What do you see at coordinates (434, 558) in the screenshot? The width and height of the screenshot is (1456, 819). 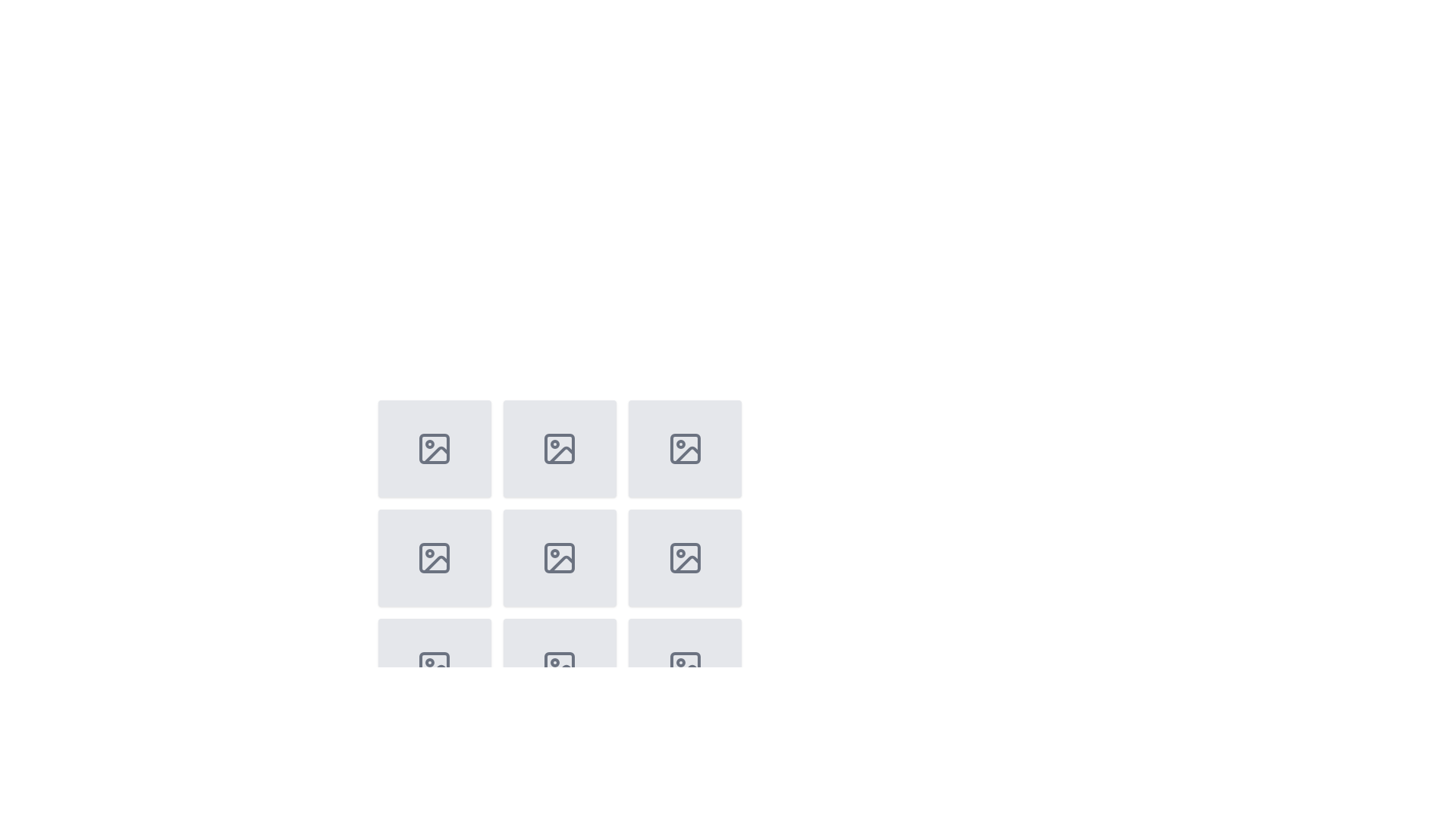 I see `the light gray Placeholder box containing a centered picture frame icon, located in the second slot of the second row of a 3x3 grid layout` at bounding box center [434, 558].